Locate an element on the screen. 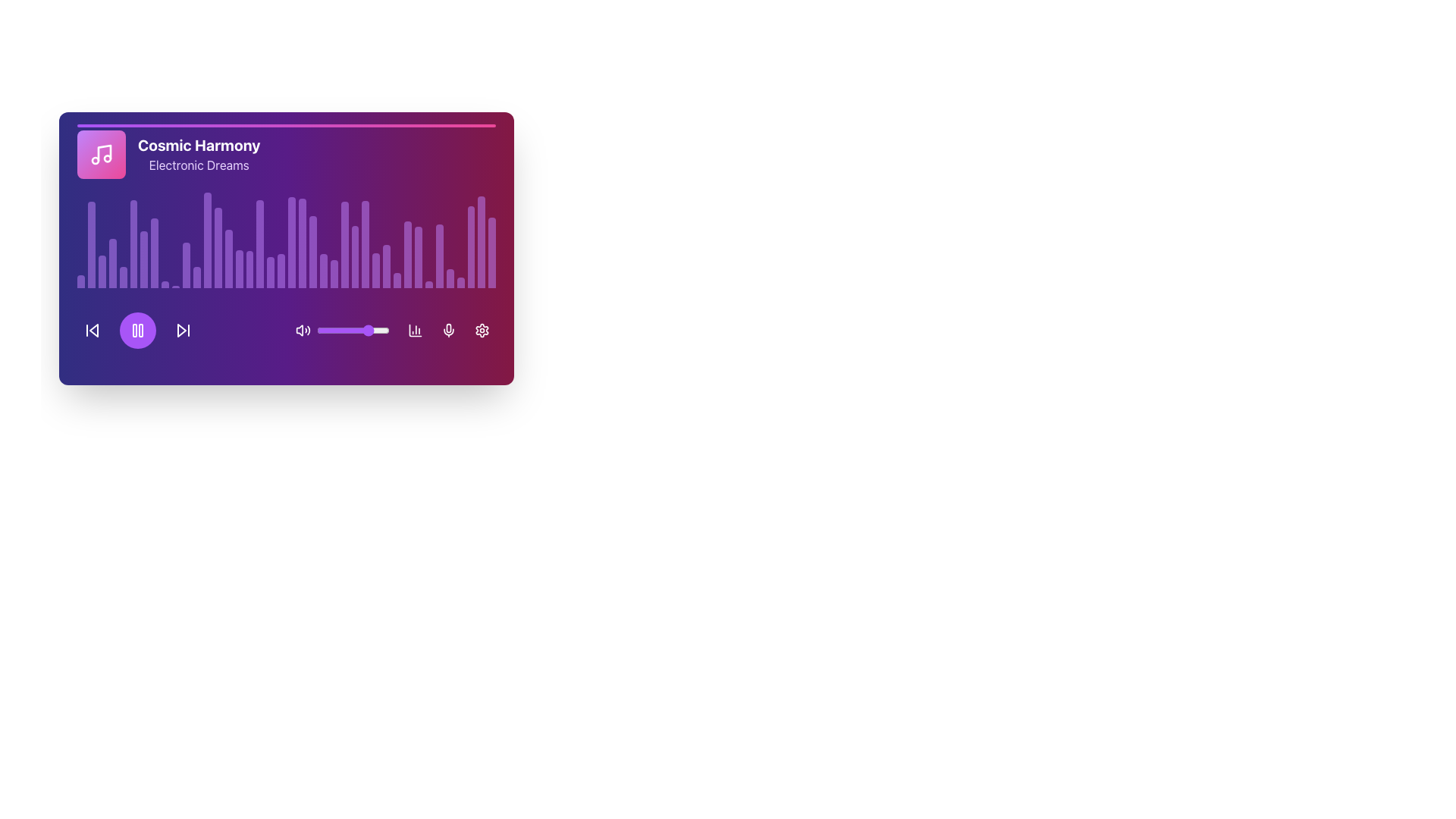  the dynamic height changes of the third bar from the left in the audio visualization section of the music player interface is located at coordinates (101, 271).